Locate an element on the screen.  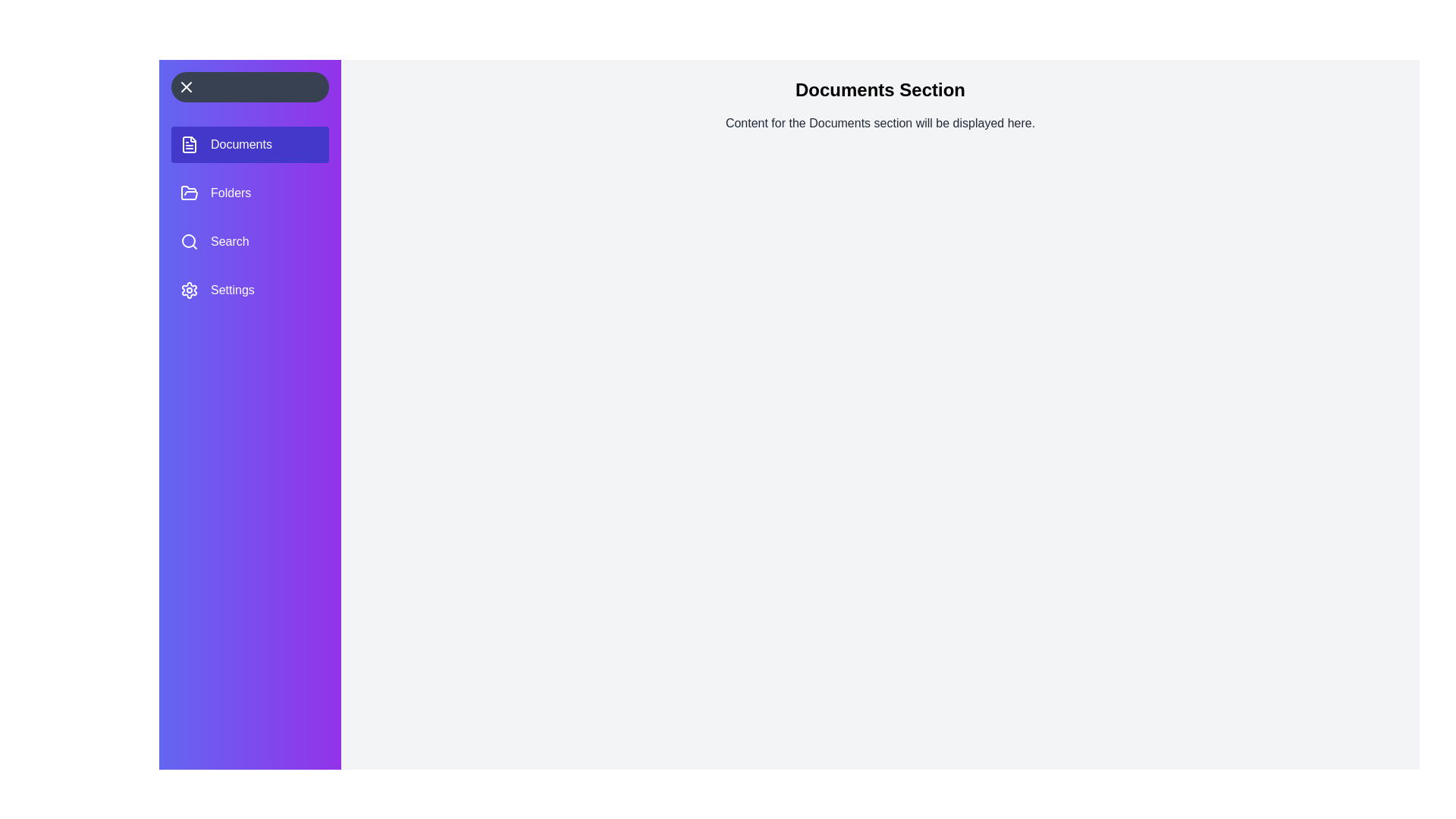
the section labeled Search to select it is located at coordinates (250, 241).